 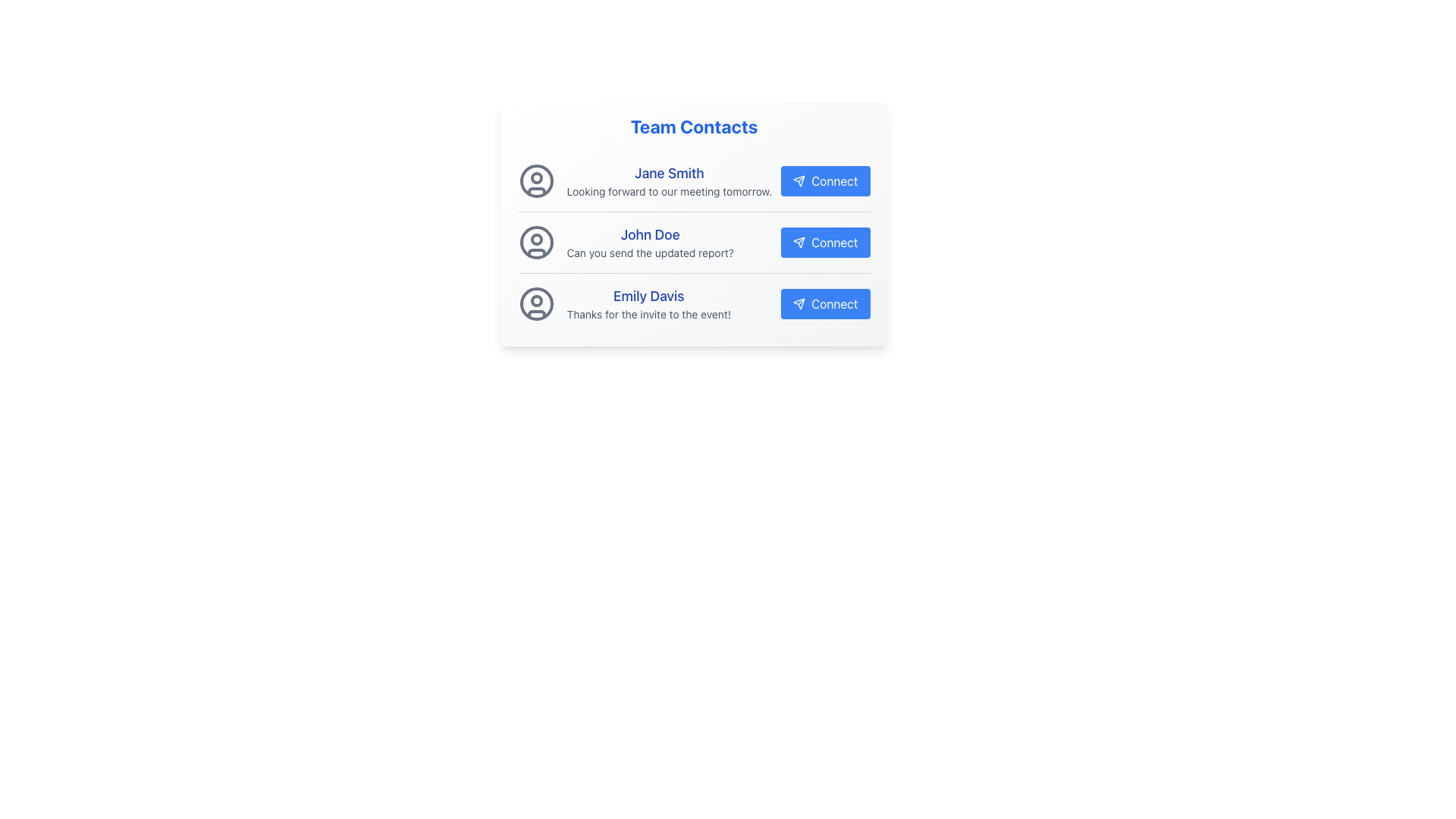 I want to click on the decorative status indicator circle located at the center of the profile icon next to 'Jane Smith' in the 'Team Contacts' section, so click(x=536, y=177).